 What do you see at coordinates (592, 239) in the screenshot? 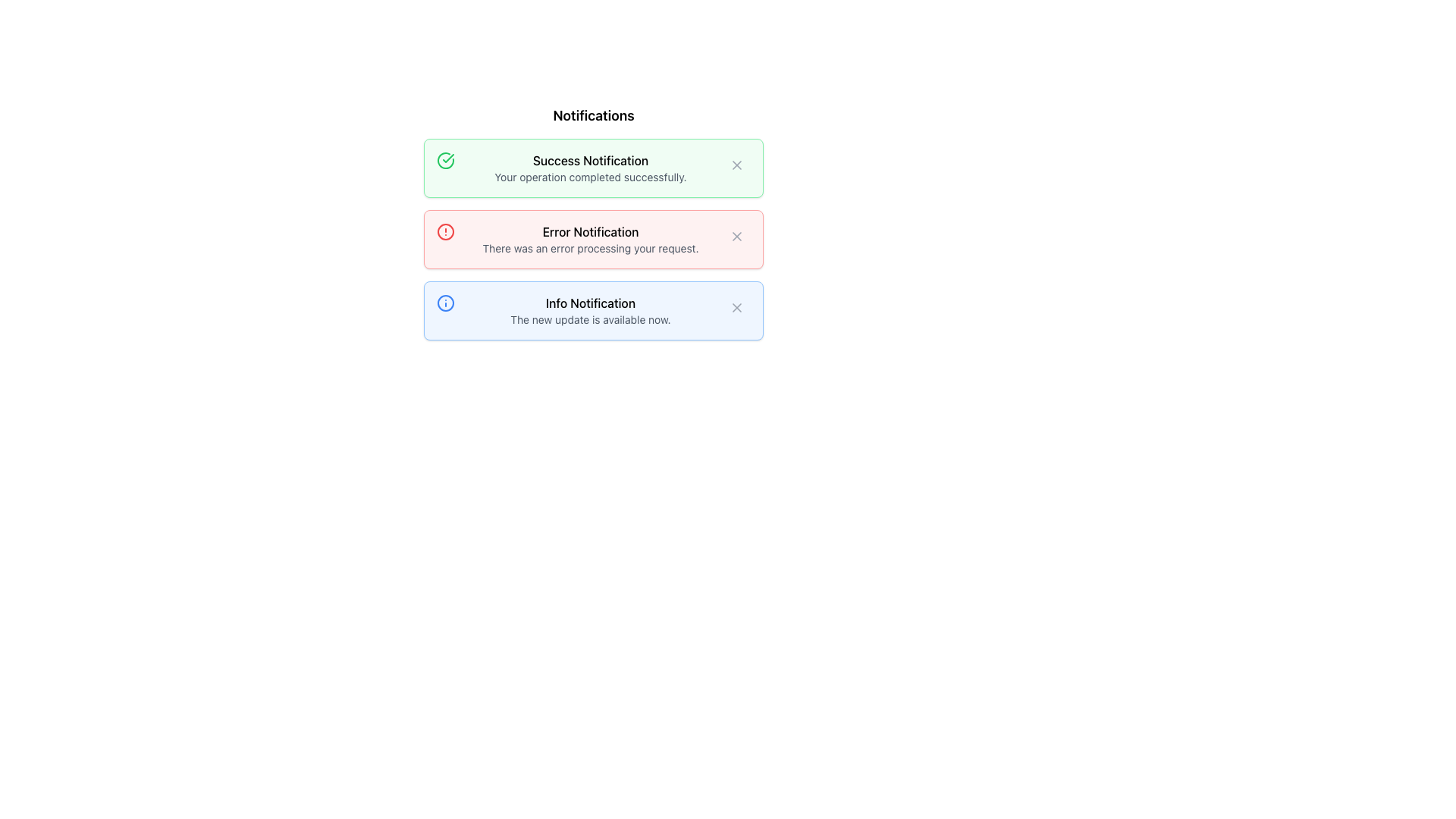
I see `the Notification card that displays an error message, located in the center of the group of notifications, specifically the second item vertically` at bounding box center [592, 239].